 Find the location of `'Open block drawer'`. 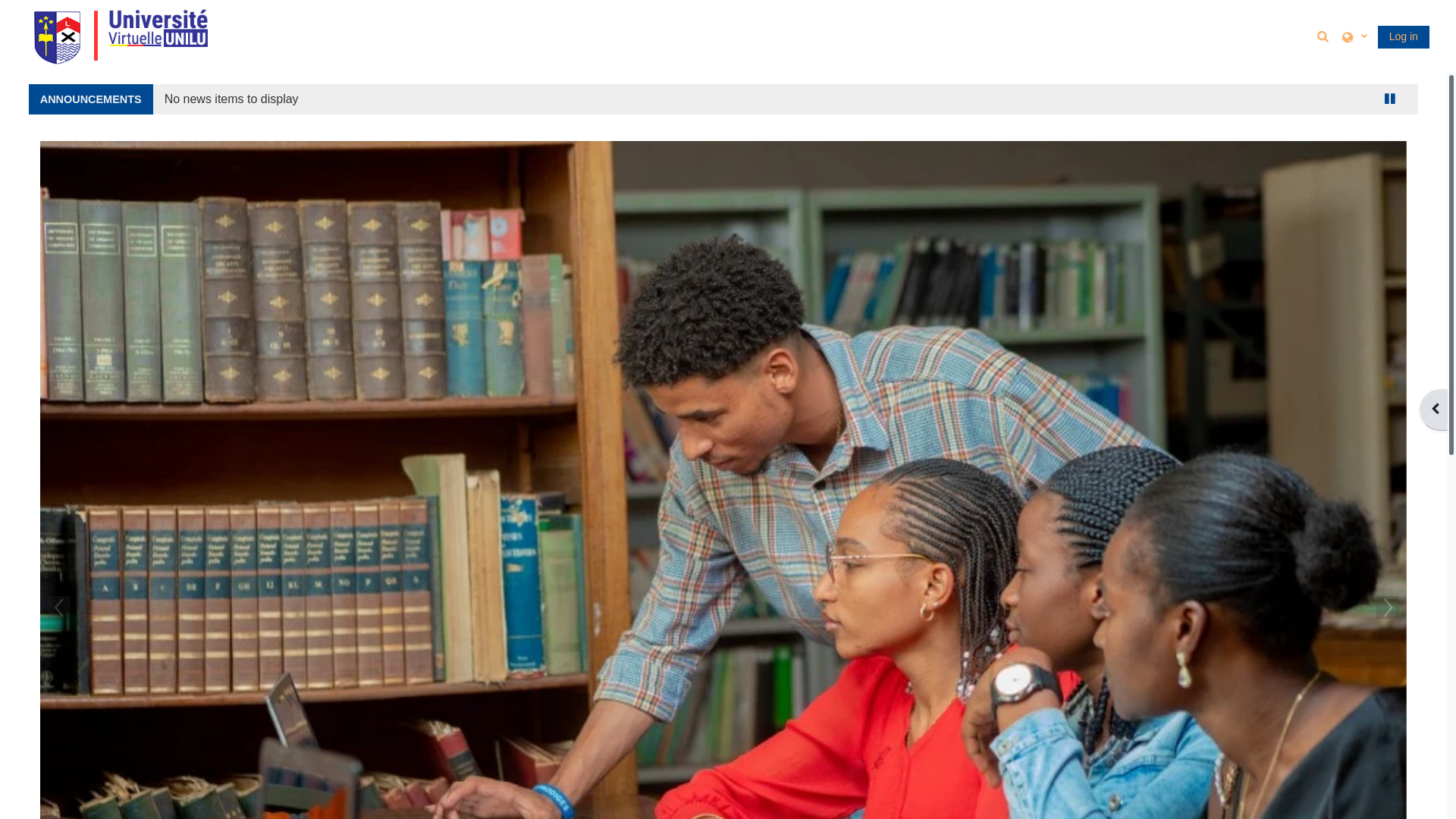

'Open block drawer' is located at coordinates (1432, 409).